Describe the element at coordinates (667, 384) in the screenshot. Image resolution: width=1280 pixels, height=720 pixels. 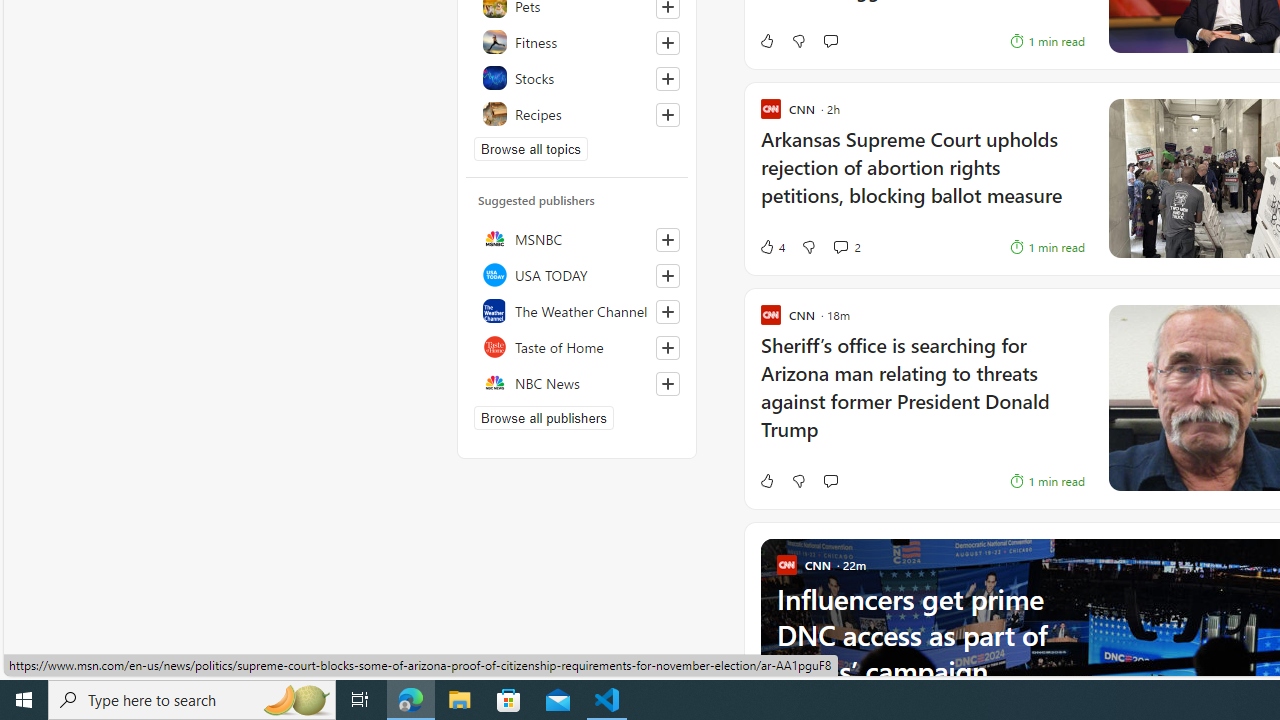
I see `'Follow this source'` at that location.